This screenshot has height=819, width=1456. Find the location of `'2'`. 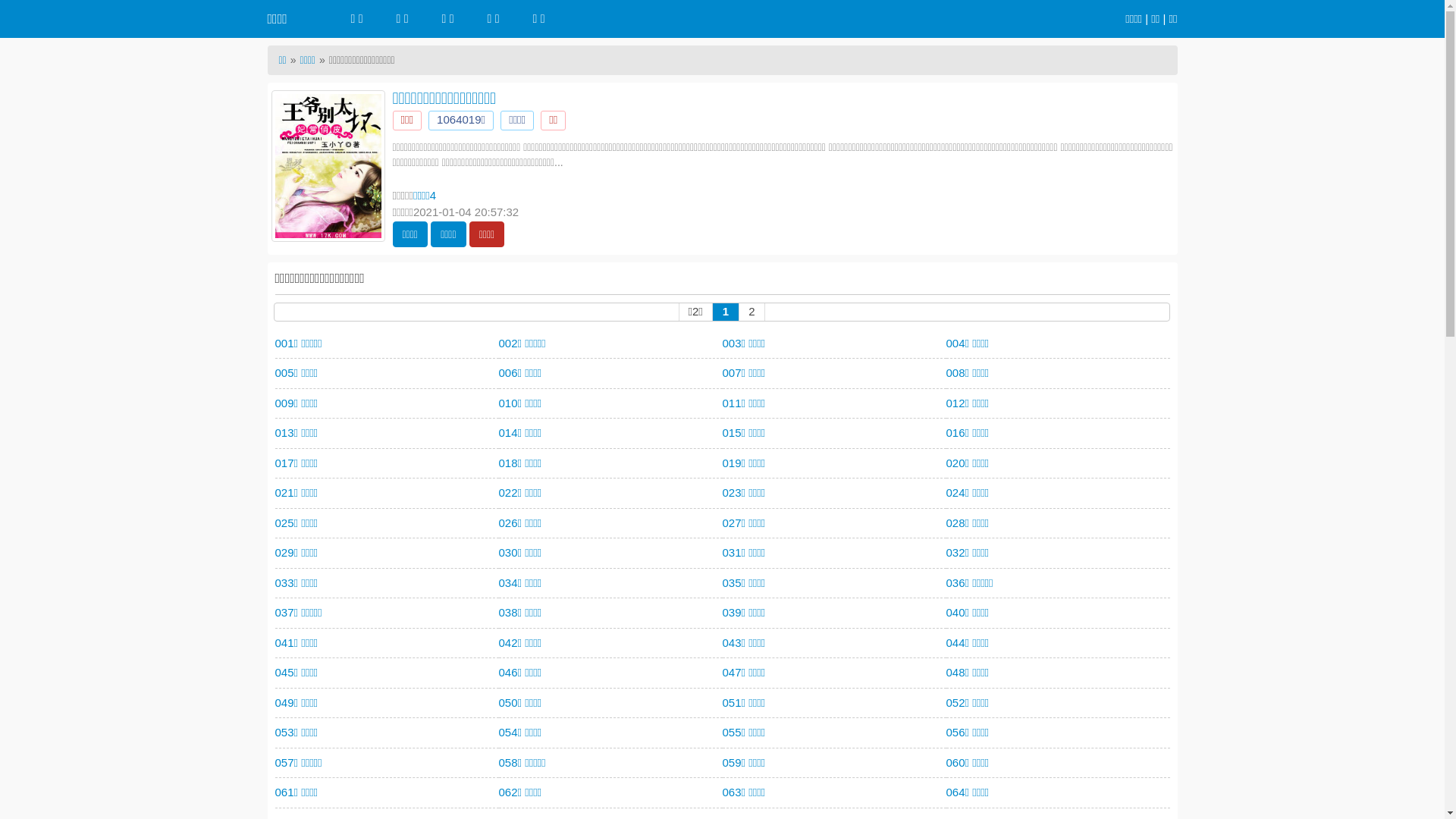

'2' is located at coordinates (751, 310).